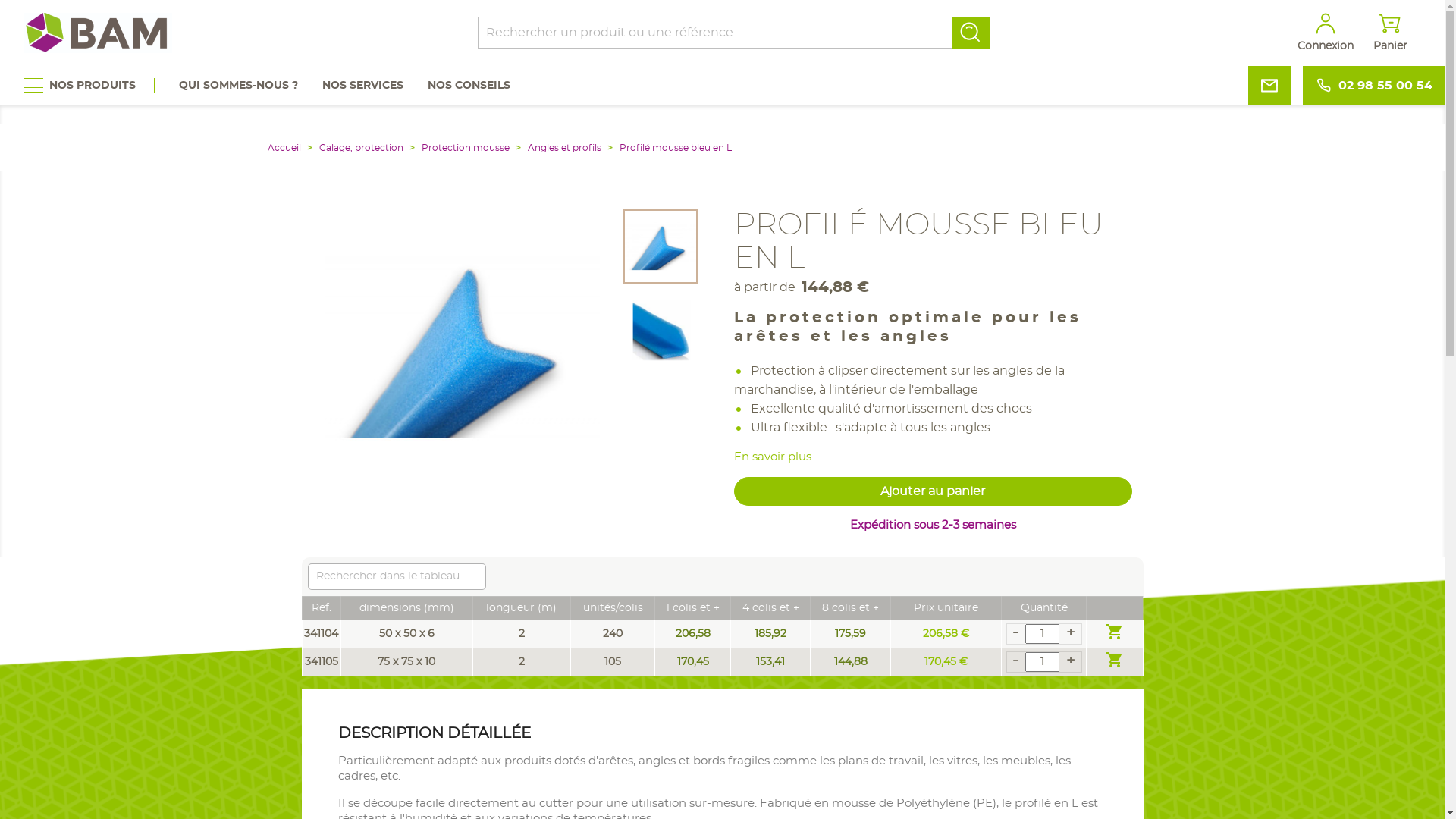 This screenshot has height=819, width=1456. Describe the element at coordinates (932, 491) in the screenshot. I see `'Ajouter au panier'` at that location.